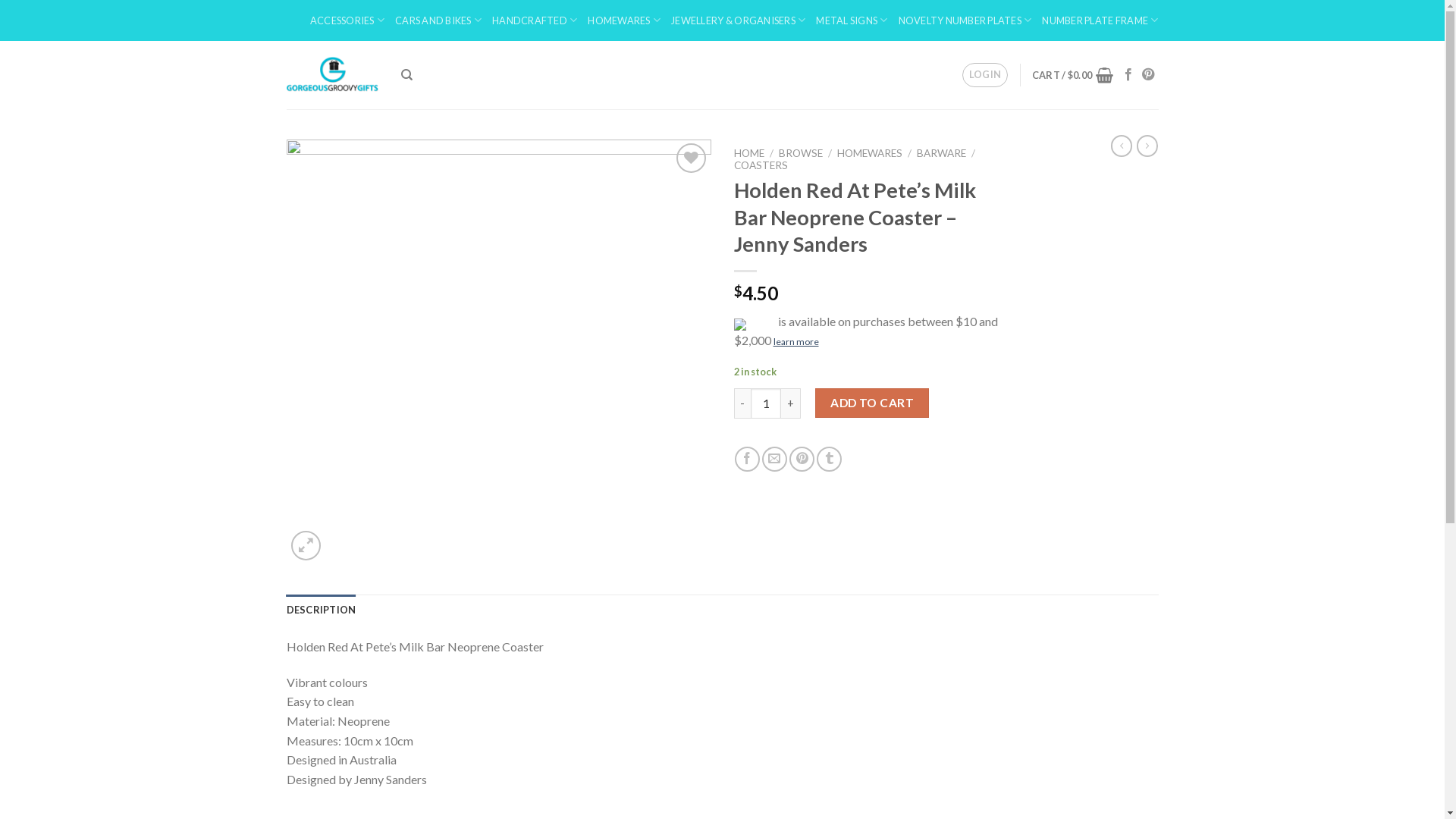 This screenshot has width=1456, height=819. Describe the element at coordinates (761, 165) in the screenshot. I see `'COASTERS'` at that location.